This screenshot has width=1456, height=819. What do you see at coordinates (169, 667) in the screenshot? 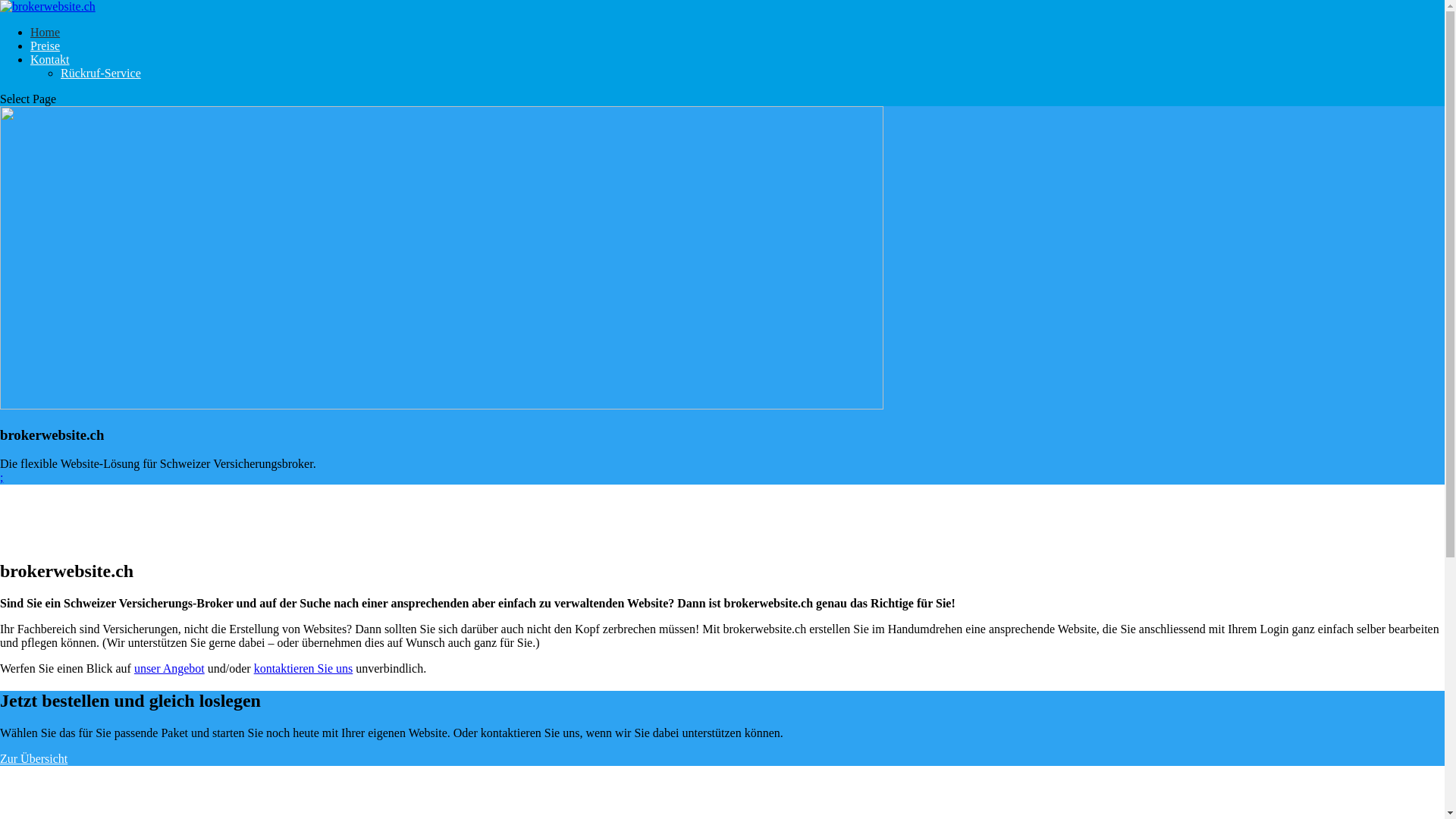
I see `'unser Angebot'` at bounding box center [169, 667].